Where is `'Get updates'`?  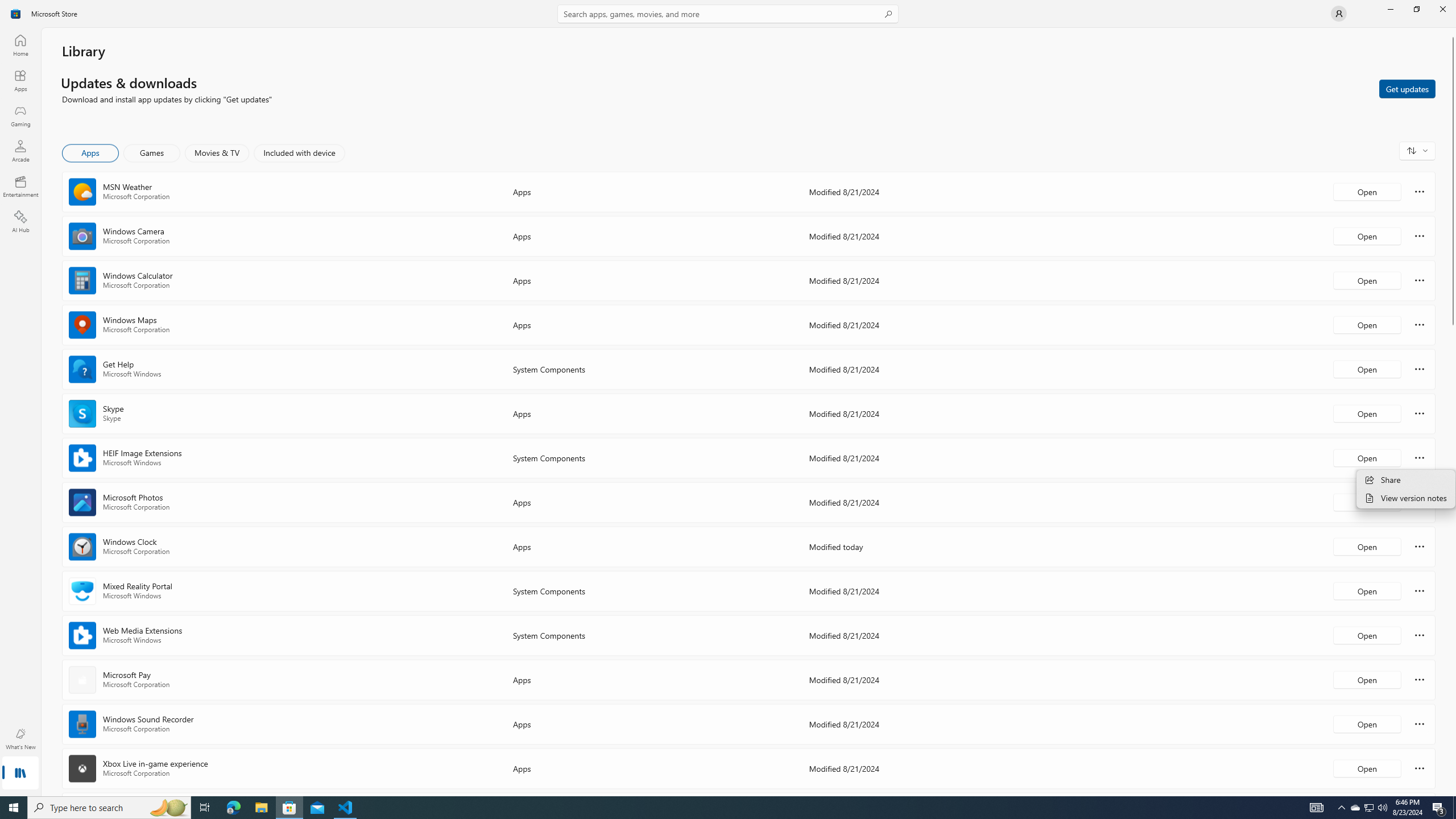
'Get updates' is located at coordinates (1407, 88).